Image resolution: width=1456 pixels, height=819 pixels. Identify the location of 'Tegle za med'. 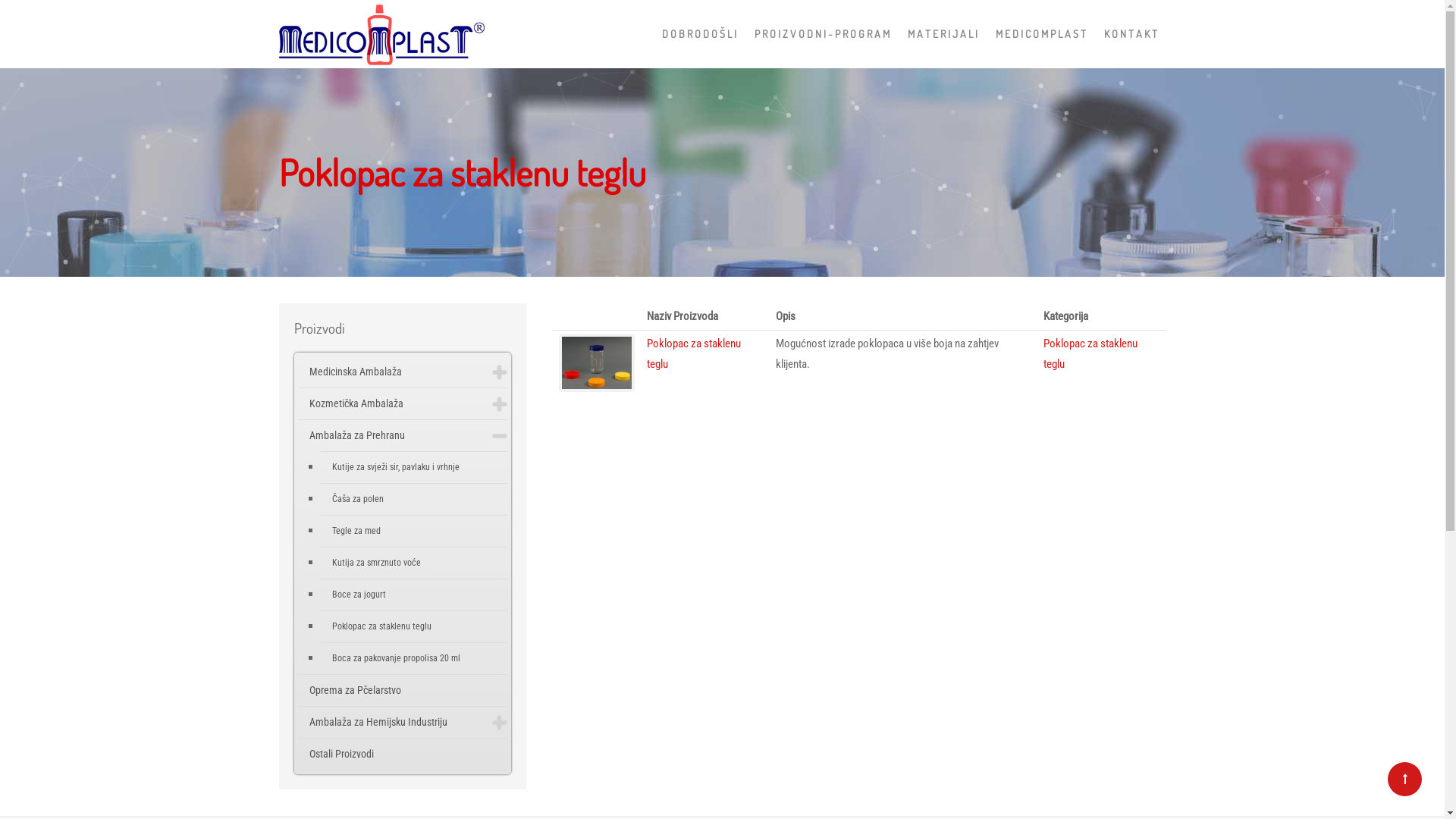
(413, 530).